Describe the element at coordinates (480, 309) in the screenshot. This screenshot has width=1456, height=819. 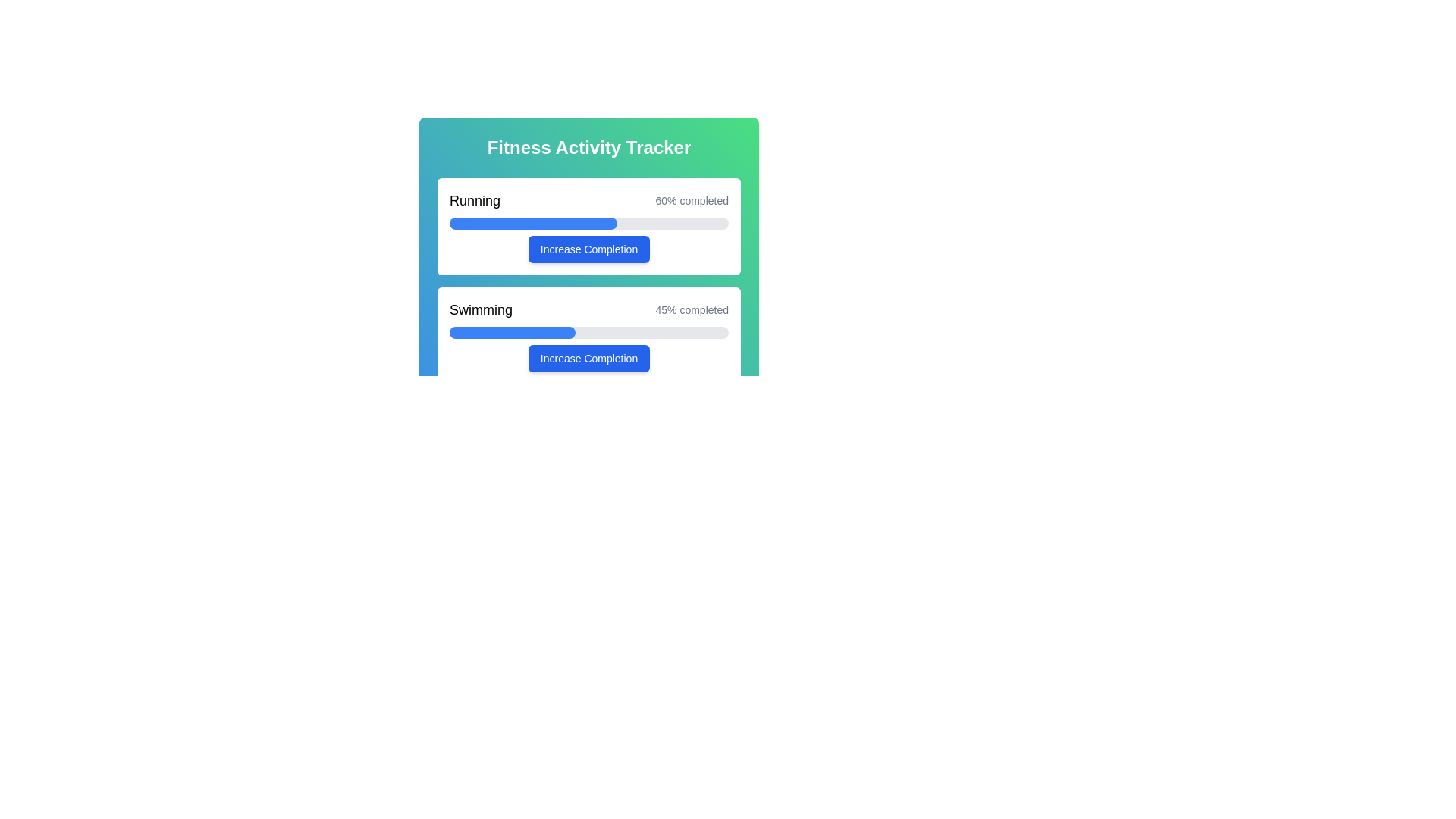
I see `the text label reading 'Swimming' that serves as a category or label` at that location.